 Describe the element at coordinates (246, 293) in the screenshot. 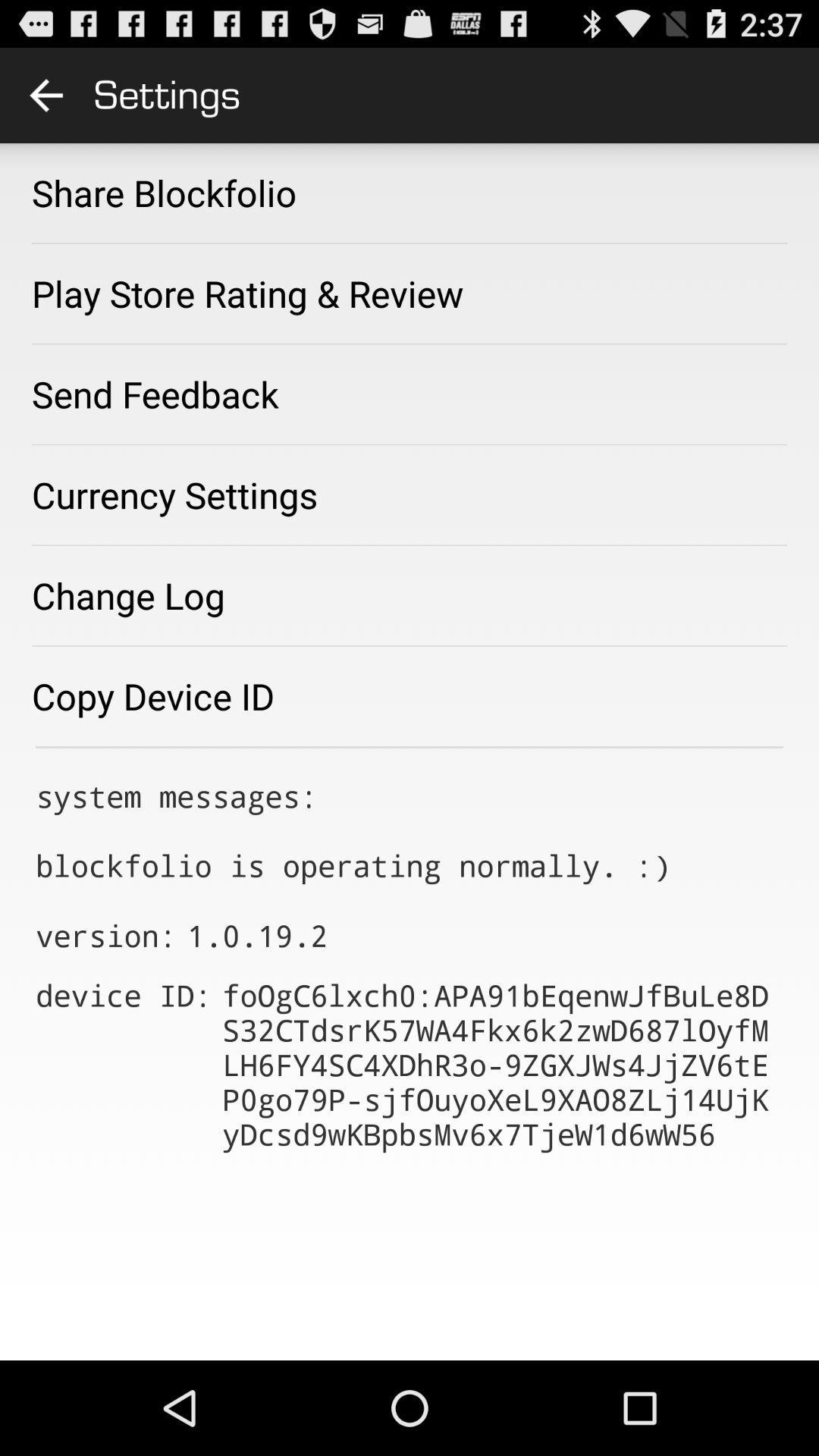

I see `the play store rating item` at that location.